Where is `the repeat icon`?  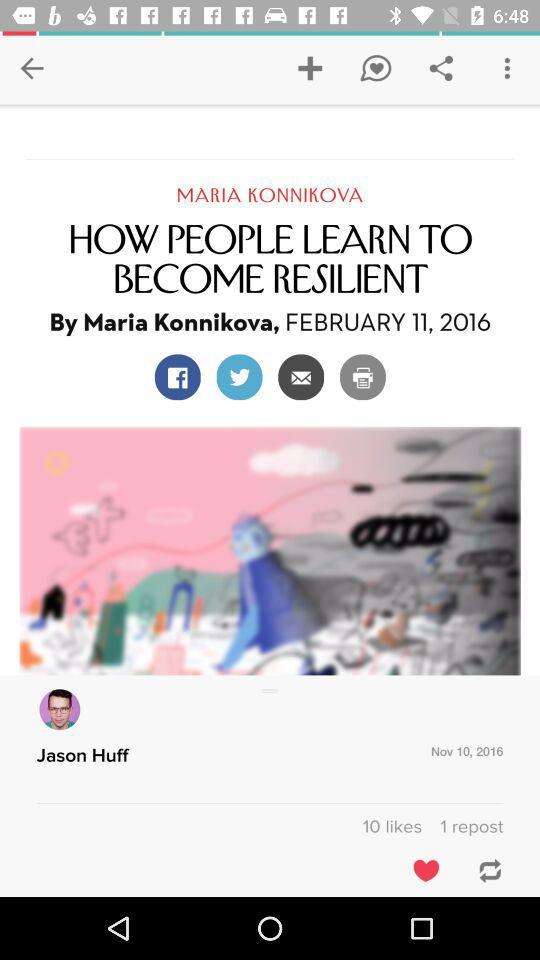
the repeat icon is located at coordinates (484, 869).